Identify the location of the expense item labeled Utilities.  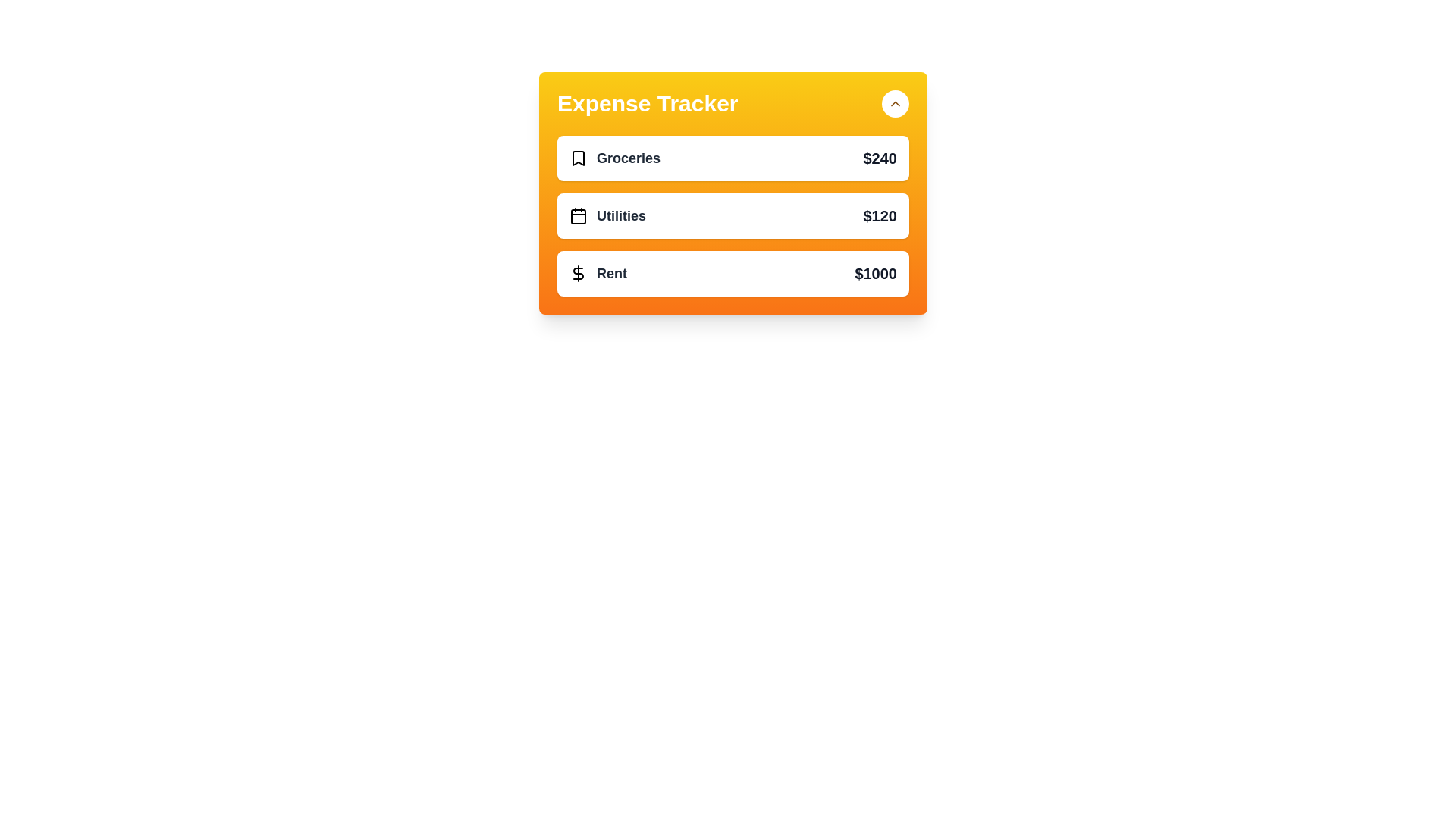
(733, 216).